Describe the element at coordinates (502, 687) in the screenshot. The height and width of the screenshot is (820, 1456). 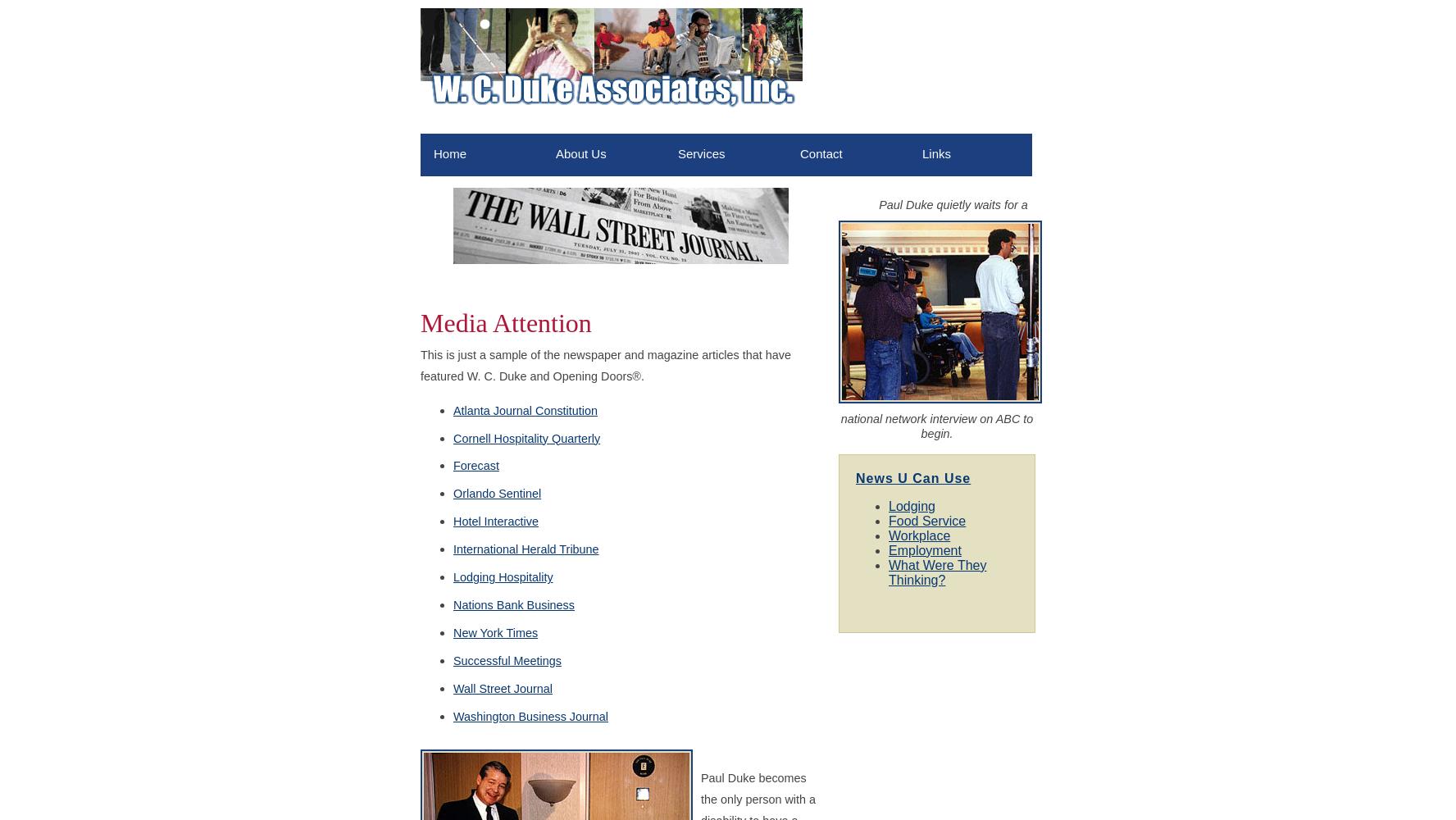
I see `'Wall Street Journal'` at that location.